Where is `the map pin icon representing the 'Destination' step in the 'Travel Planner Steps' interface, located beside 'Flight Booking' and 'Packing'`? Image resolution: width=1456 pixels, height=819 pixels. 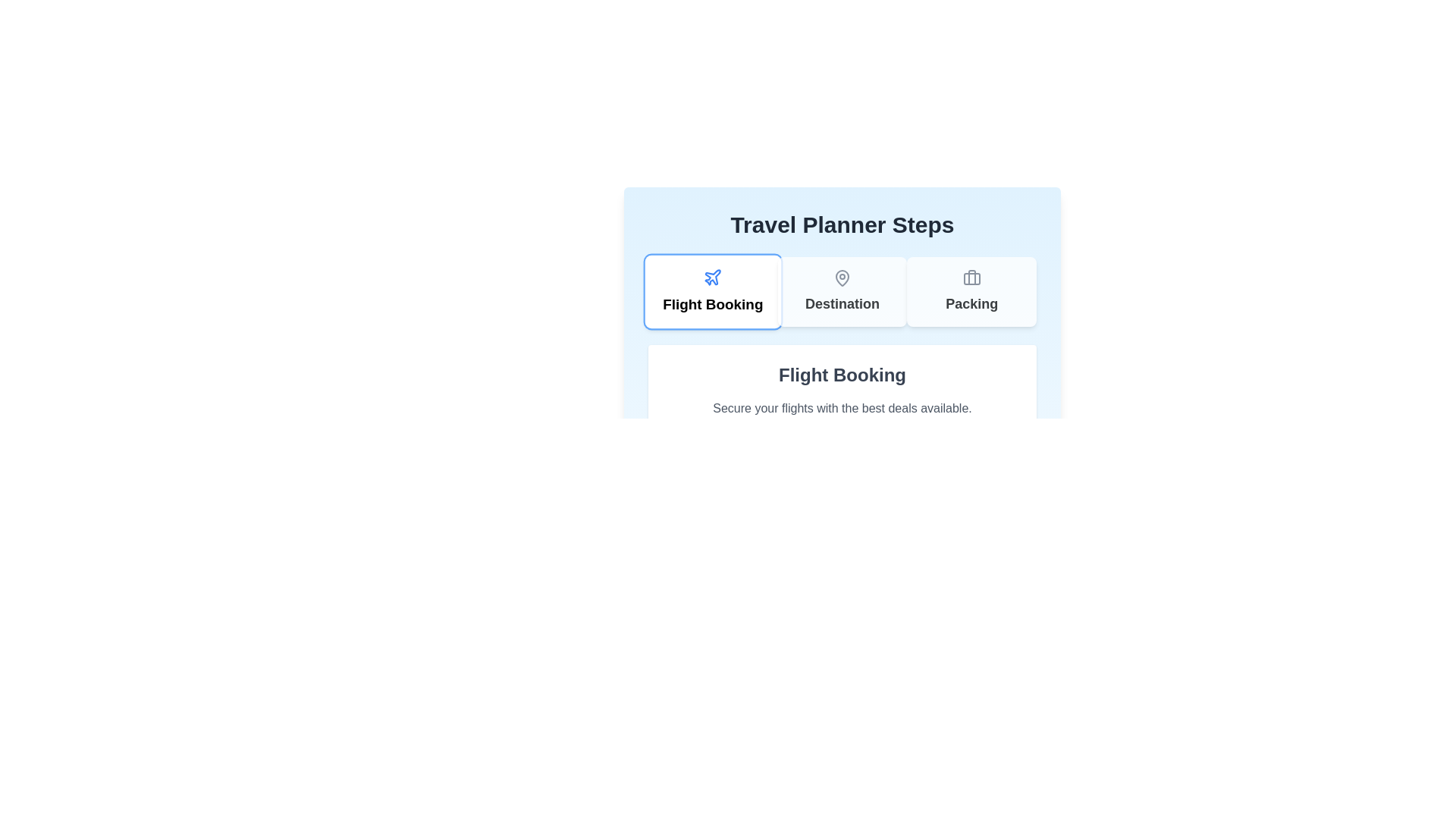 the map pin icon representing the 'Destination' step in the 'Travel Planner Steps' interface, located beside 'Flight Booking' and 'Packing' is located at coordinates (841, 278).